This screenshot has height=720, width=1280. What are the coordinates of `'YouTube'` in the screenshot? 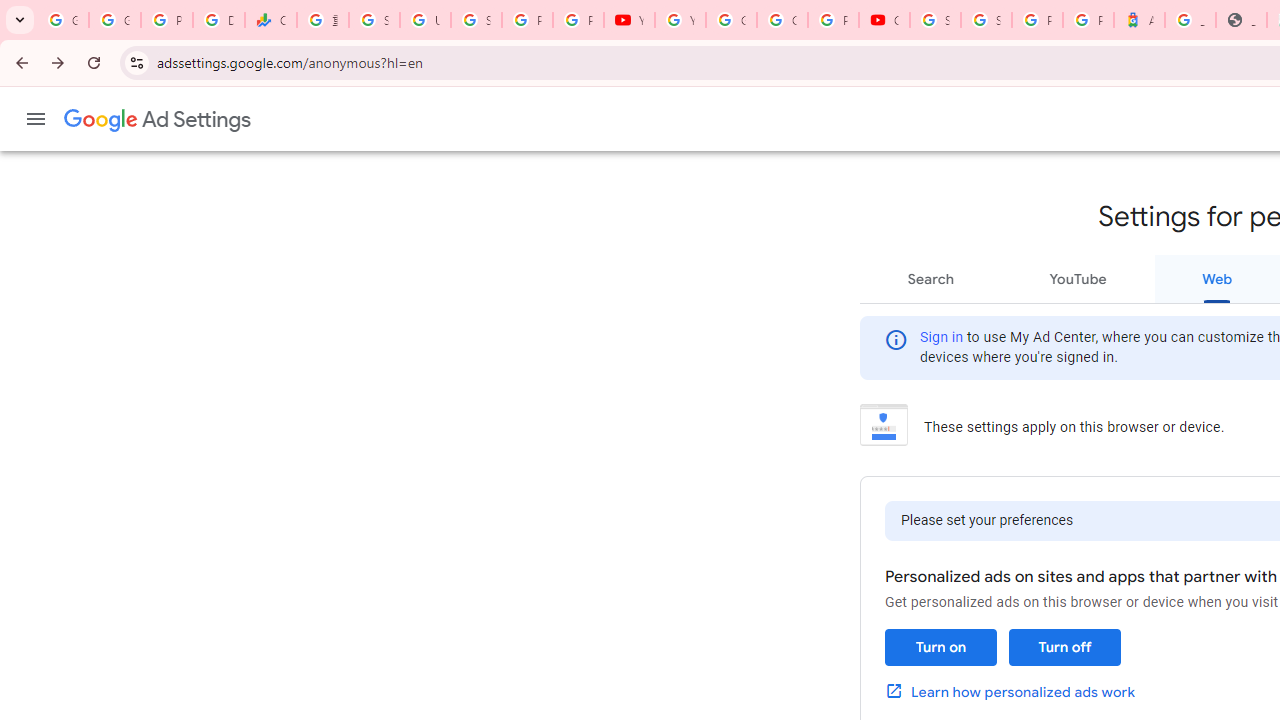 It's located at (1076, 279).